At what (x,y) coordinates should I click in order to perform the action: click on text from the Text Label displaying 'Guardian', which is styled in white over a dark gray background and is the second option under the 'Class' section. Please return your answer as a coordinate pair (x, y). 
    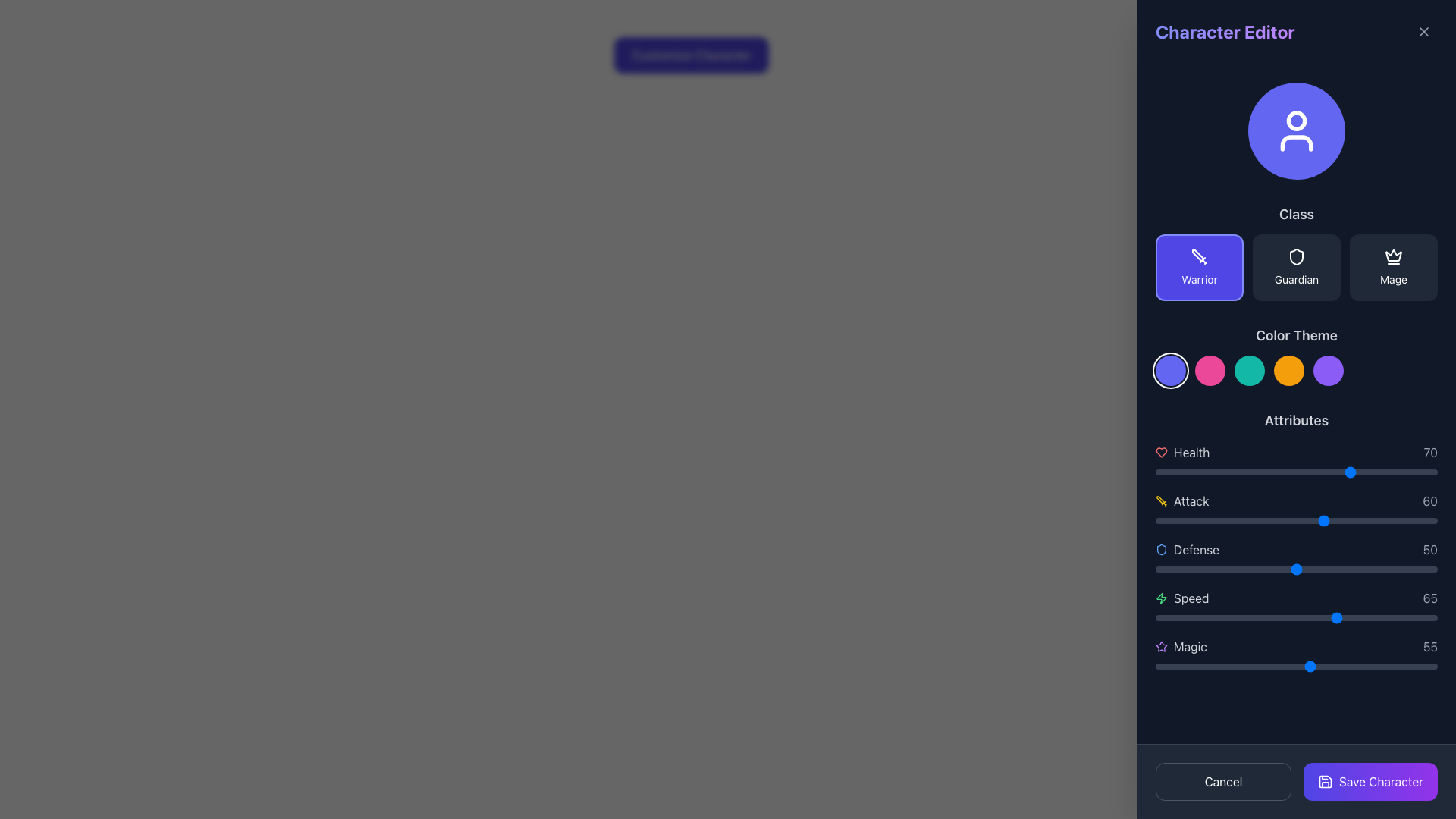
    Looking at the image, I should click on (1295, 280).